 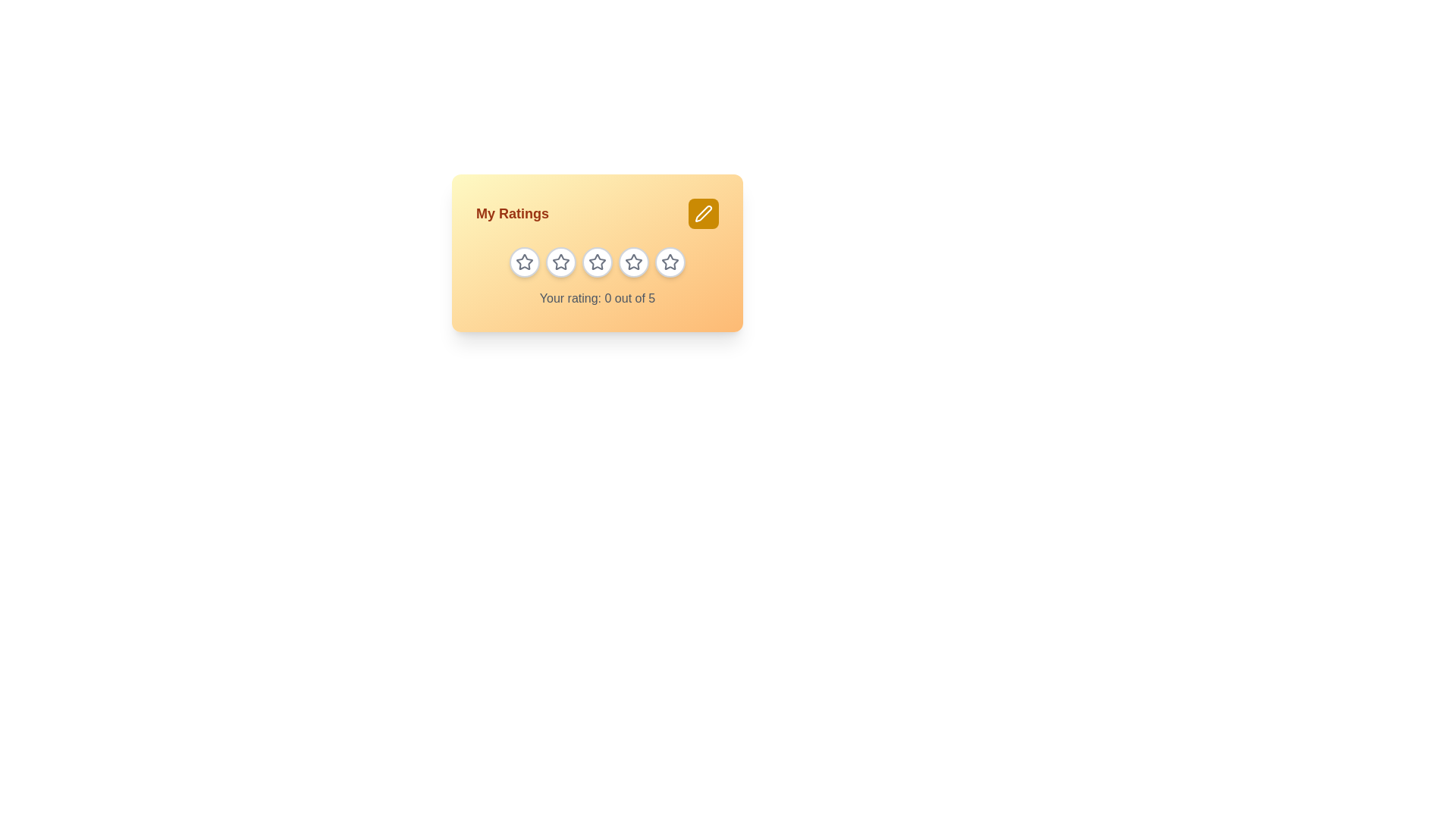 What do you see at coordinates (702, 213) in the screenshot?
I see `the pencil-like pen icon button, which is located in the top-right corner of the rating interface card adjacent to 'My Ratings'` at bounding box center [702, 213].